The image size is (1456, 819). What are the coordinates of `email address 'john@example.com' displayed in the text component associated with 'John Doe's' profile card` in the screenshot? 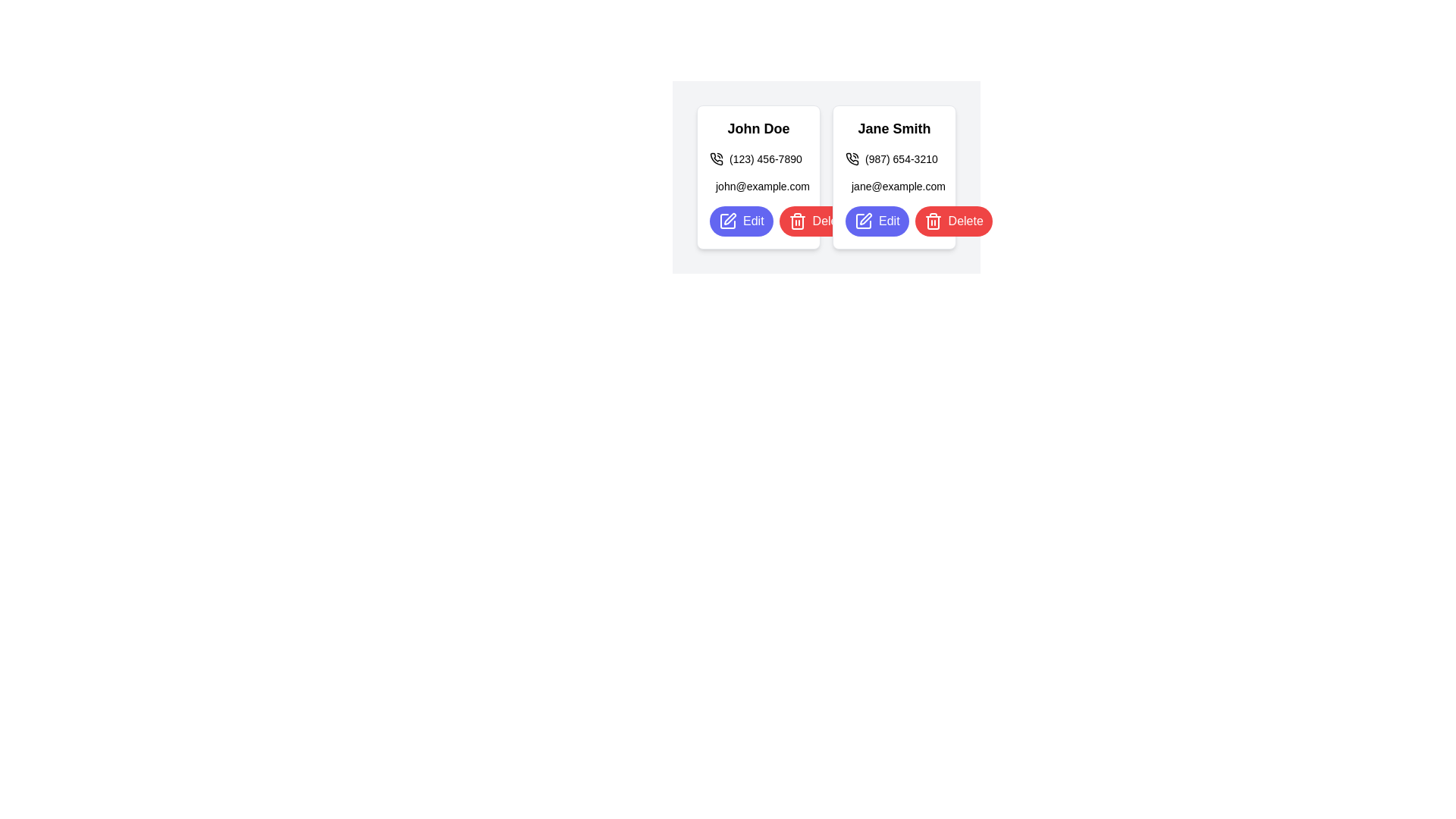 It's located at (758, 186).